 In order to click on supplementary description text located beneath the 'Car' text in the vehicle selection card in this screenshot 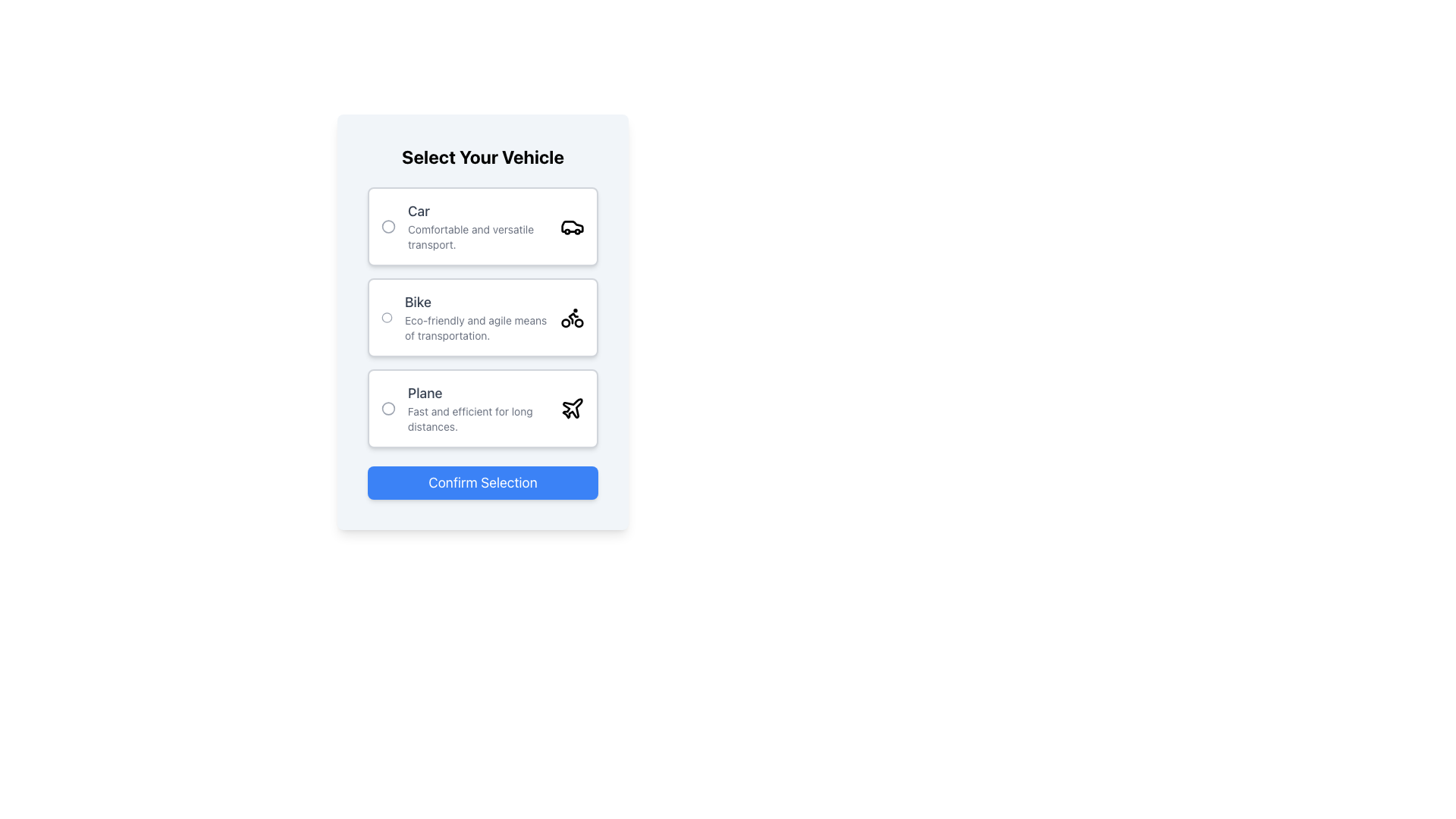, I will do `click(477, 237)`.